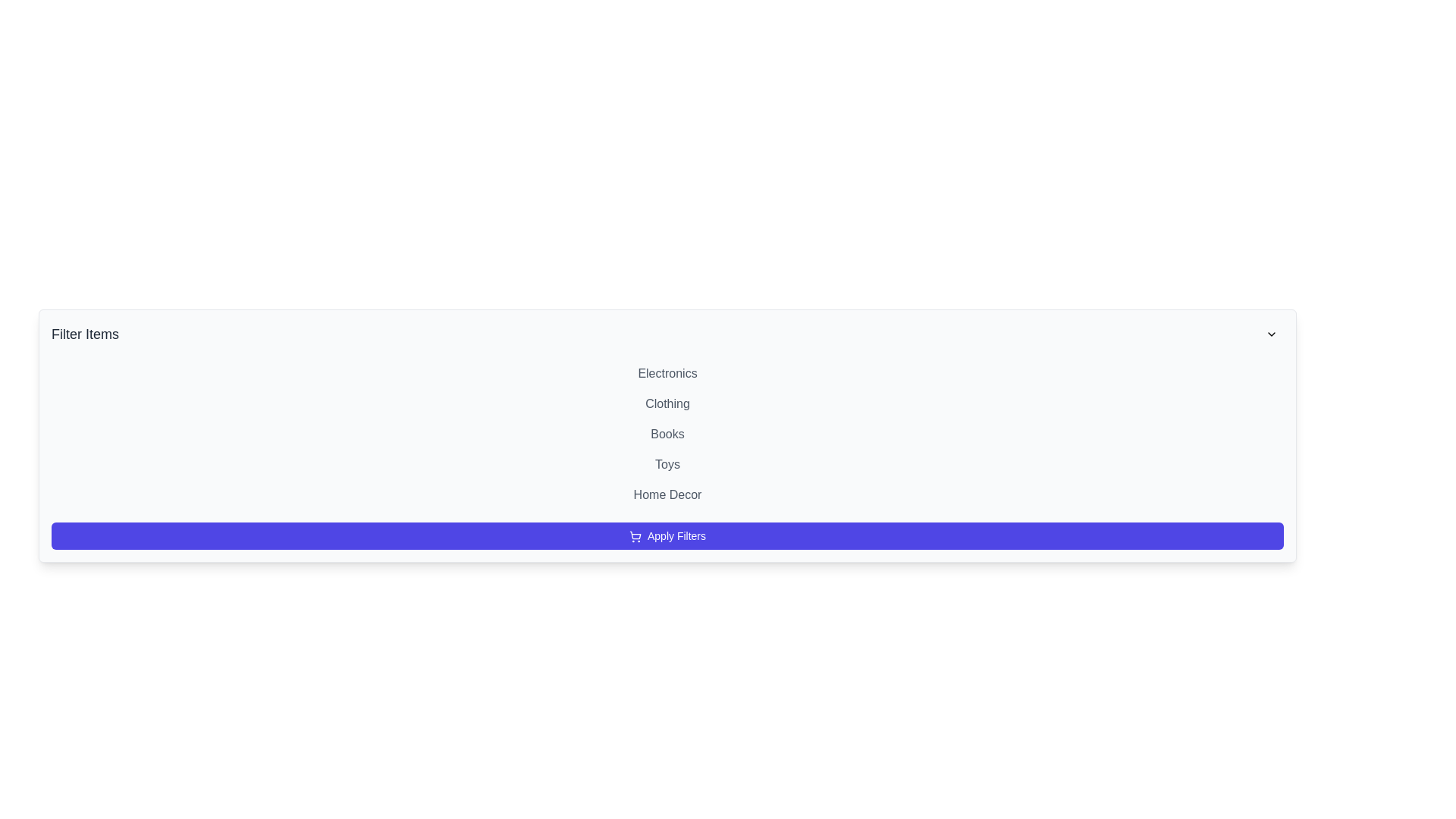 The height and width of the screenshot is (819, 1456). I want to click on the button at the bottom of the filter panel to change its background color for visual feedback, so click(667, 535).